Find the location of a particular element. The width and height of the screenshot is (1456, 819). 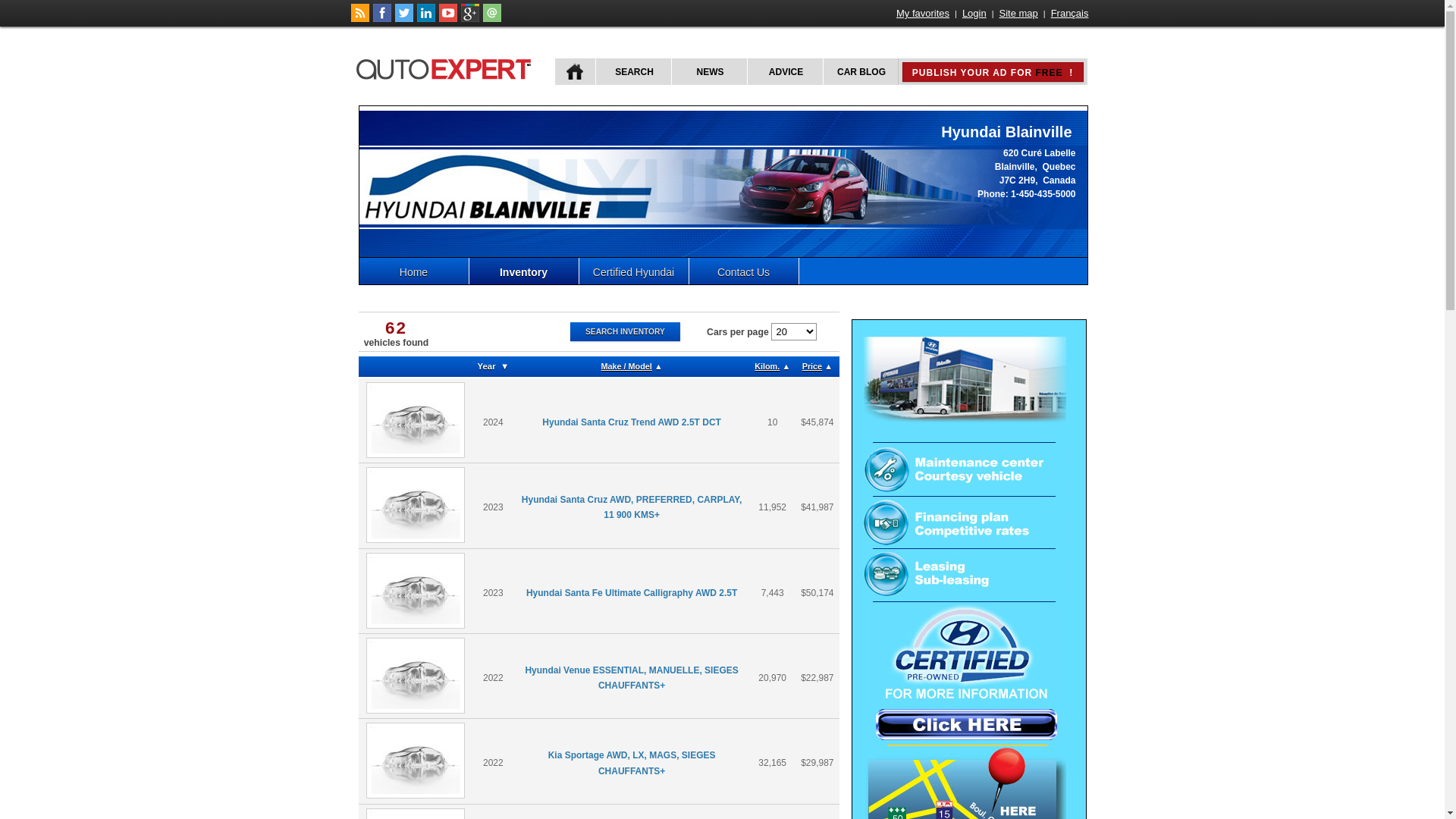

'NEWS' is located at coordinates (708, 71).